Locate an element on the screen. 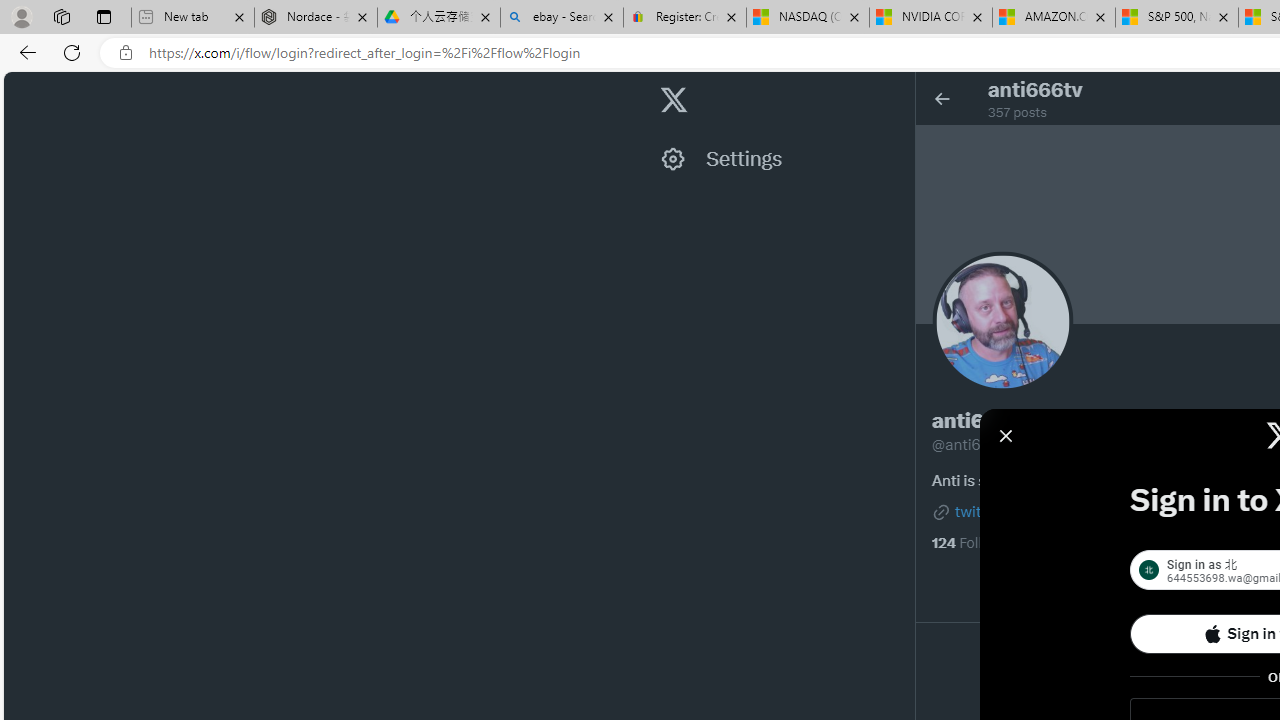 The width and height of the screenshot is (1280, 720). 'New tab - Sleeping' is located at coordinates (192, 17).